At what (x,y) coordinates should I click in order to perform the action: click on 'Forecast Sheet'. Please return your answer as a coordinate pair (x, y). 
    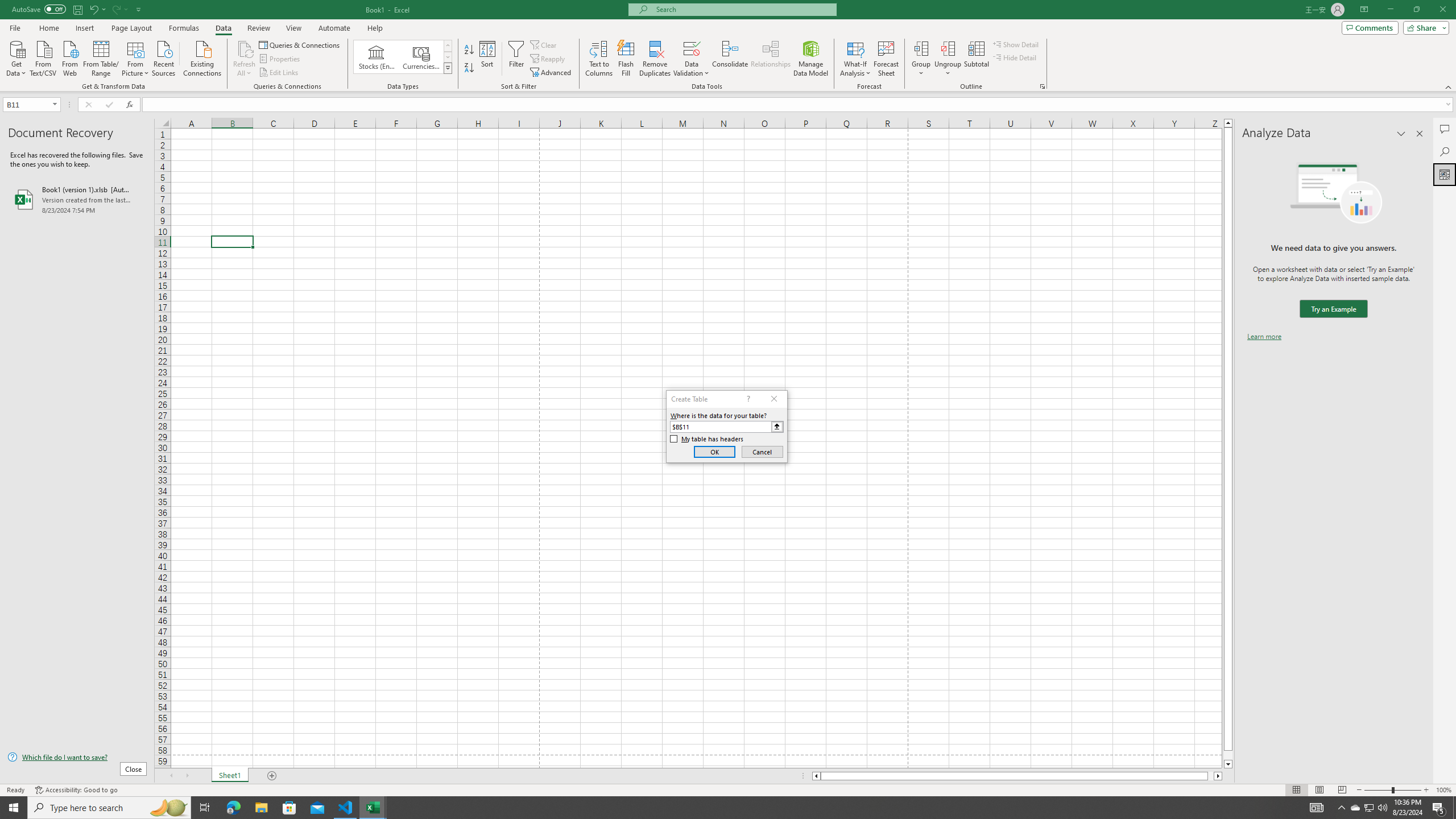
    Looking at the image, I should click on (886, 59).